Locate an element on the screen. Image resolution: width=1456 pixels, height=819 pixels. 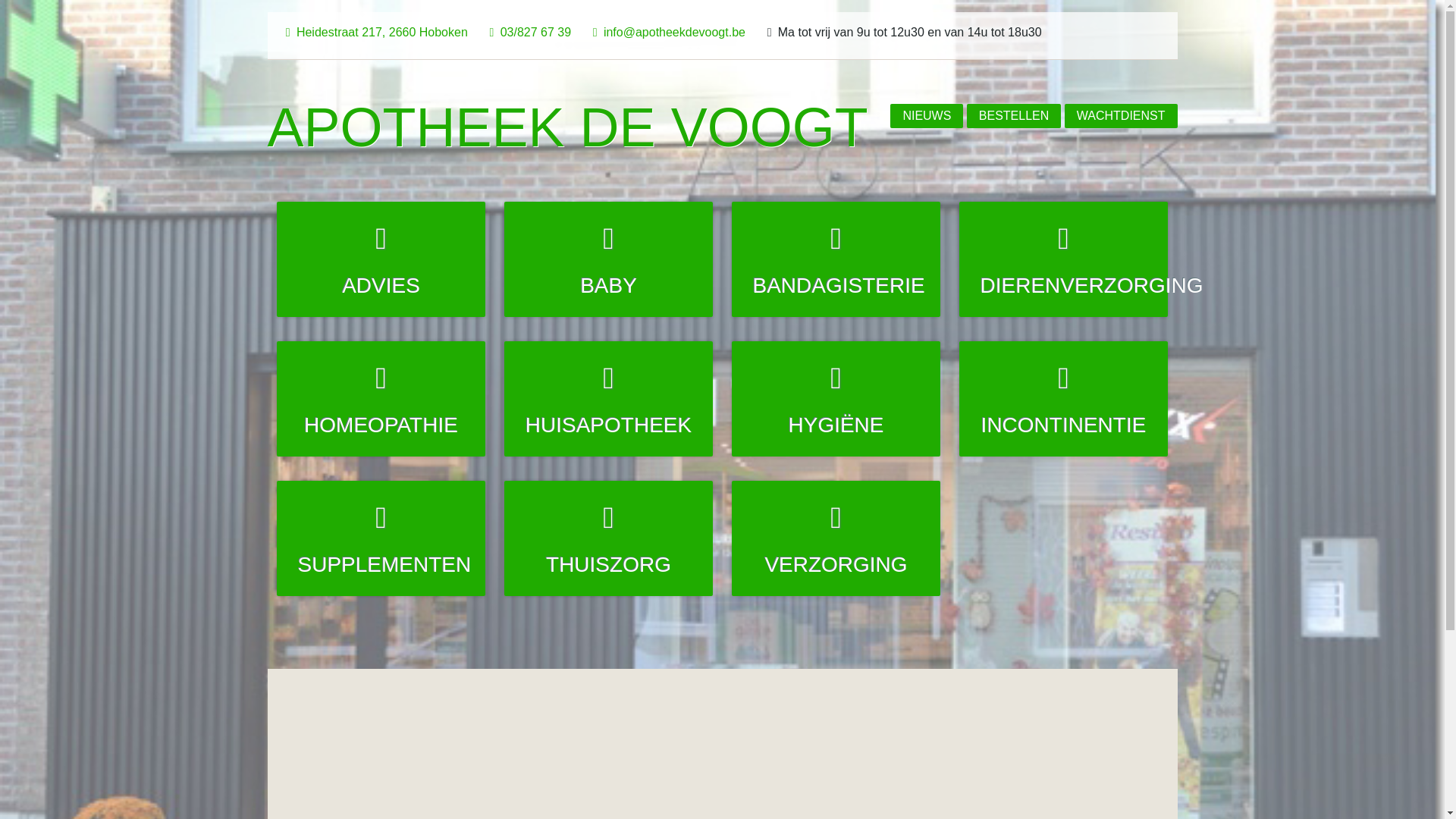
'BESTELLEN' is located at coordinates (1014, 115).